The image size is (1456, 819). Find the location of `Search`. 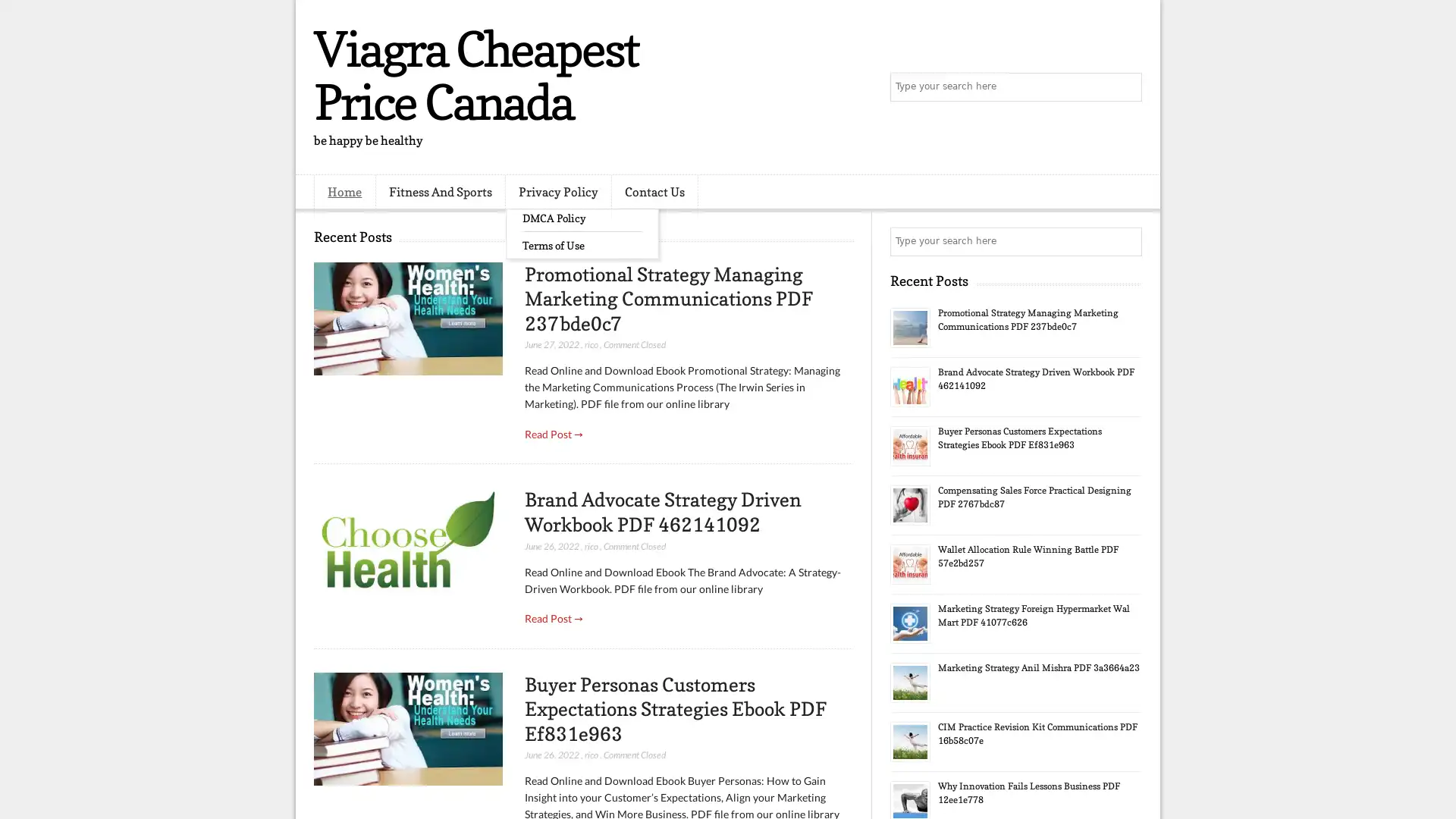

Search is located at coordinates (1126, 241).